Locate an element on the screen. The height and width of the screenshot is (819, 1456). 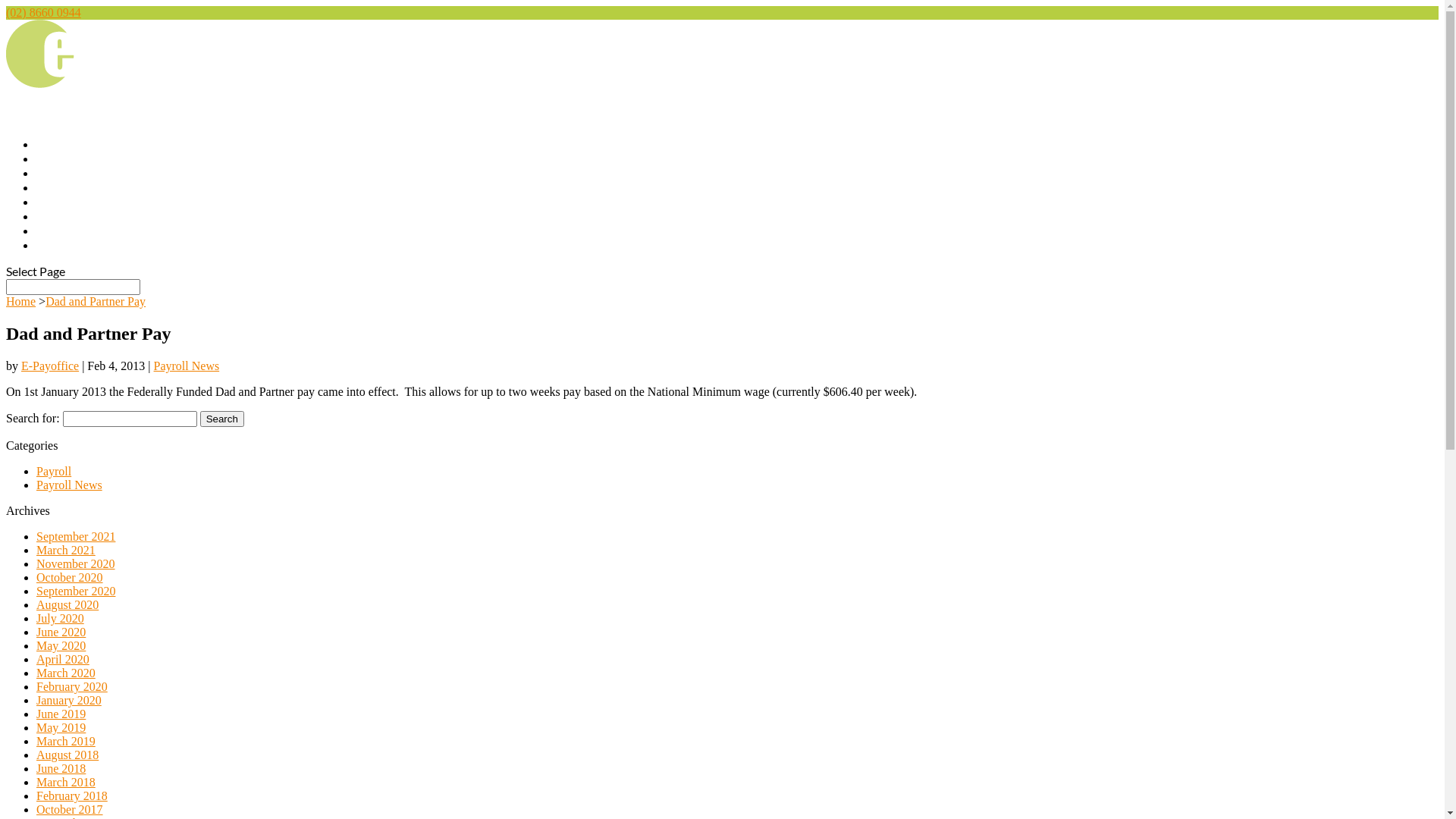
'April 2020' is located at coordinates (36, 658).